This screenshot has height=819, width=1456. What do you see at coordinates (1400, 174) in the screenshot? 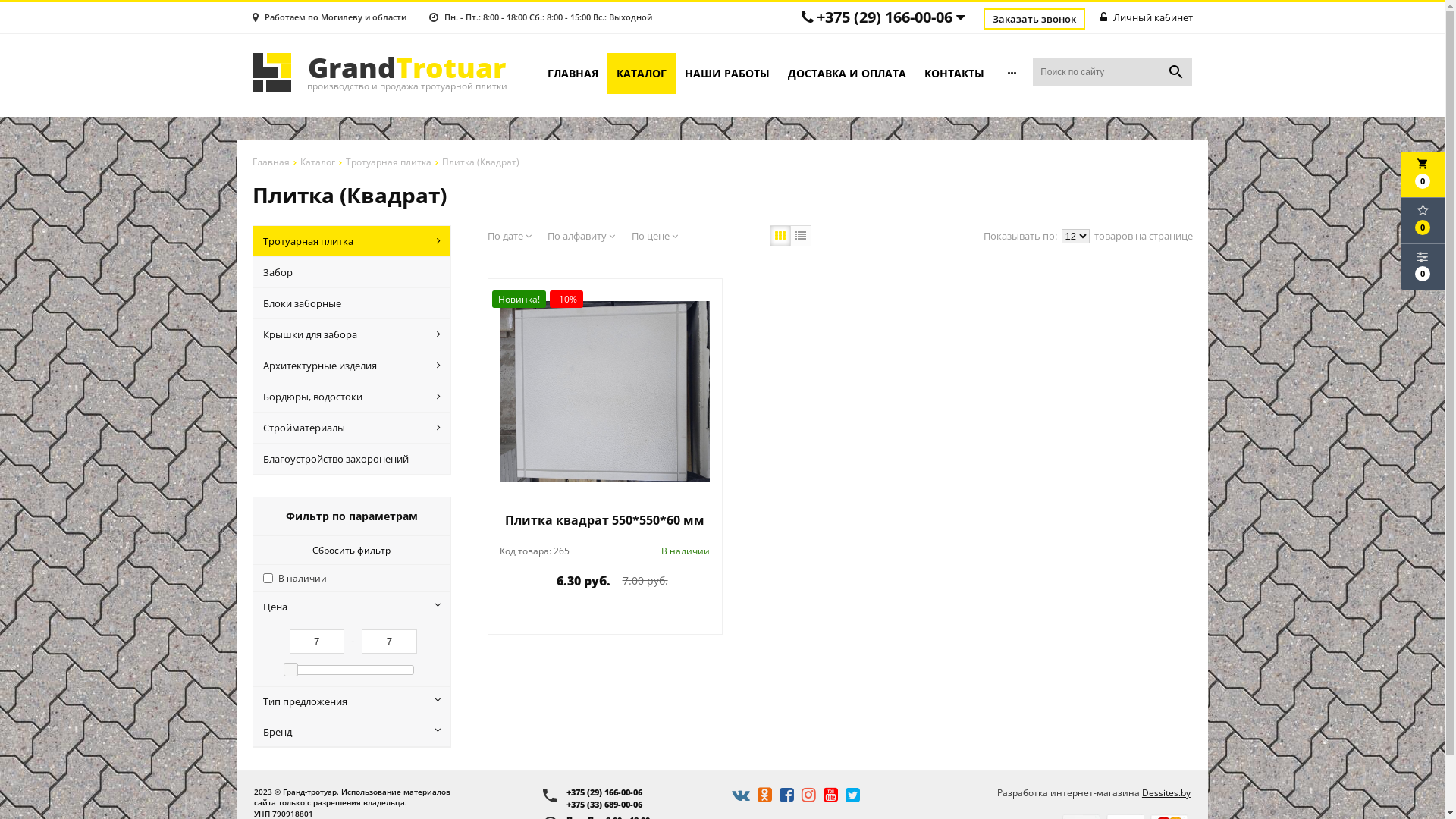
I see `'local_grocery_store` at bounding box center [1400, 174].